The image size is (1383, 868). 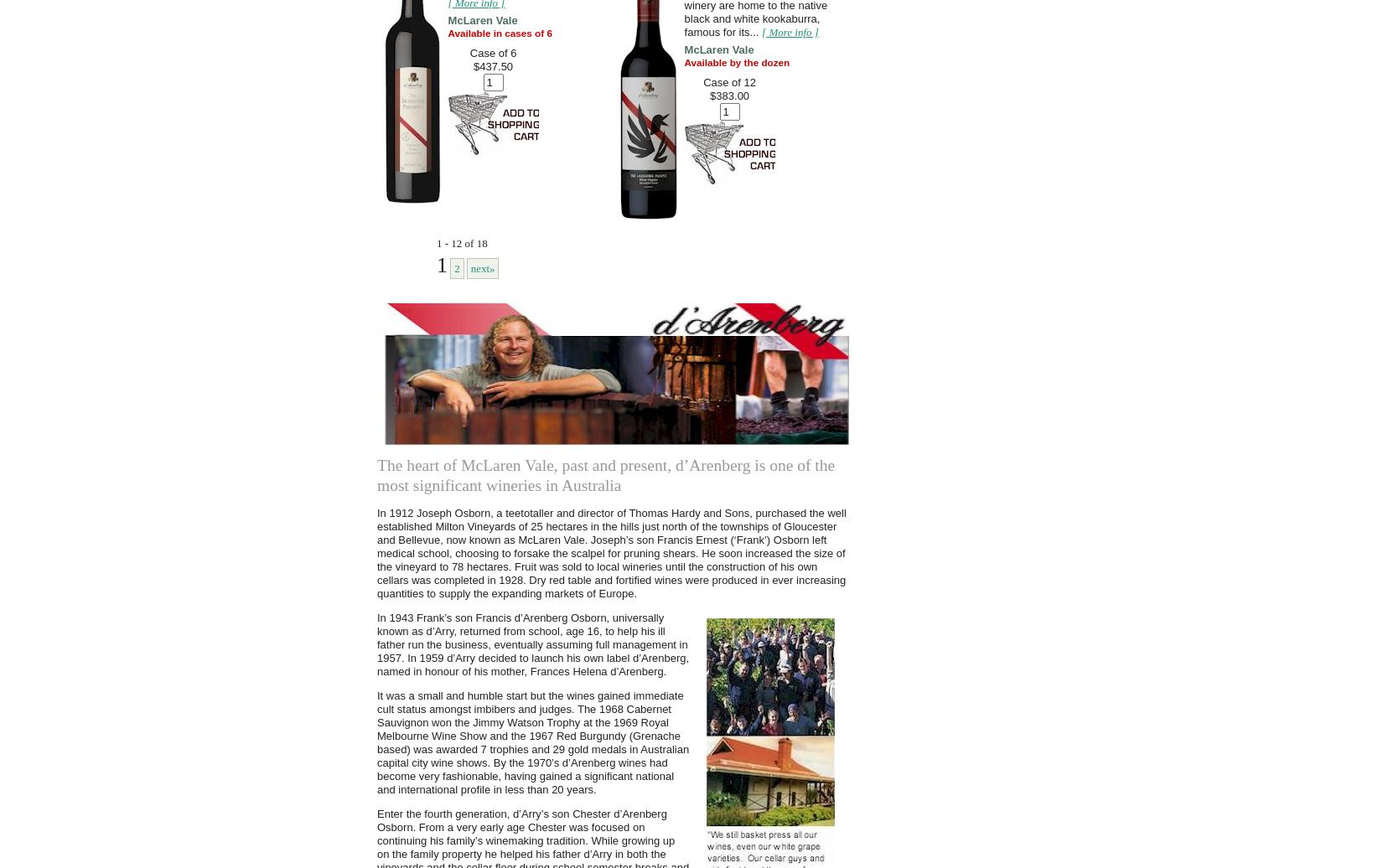 I want to click on 'Available by the dozen', so click(x=736, y=62).